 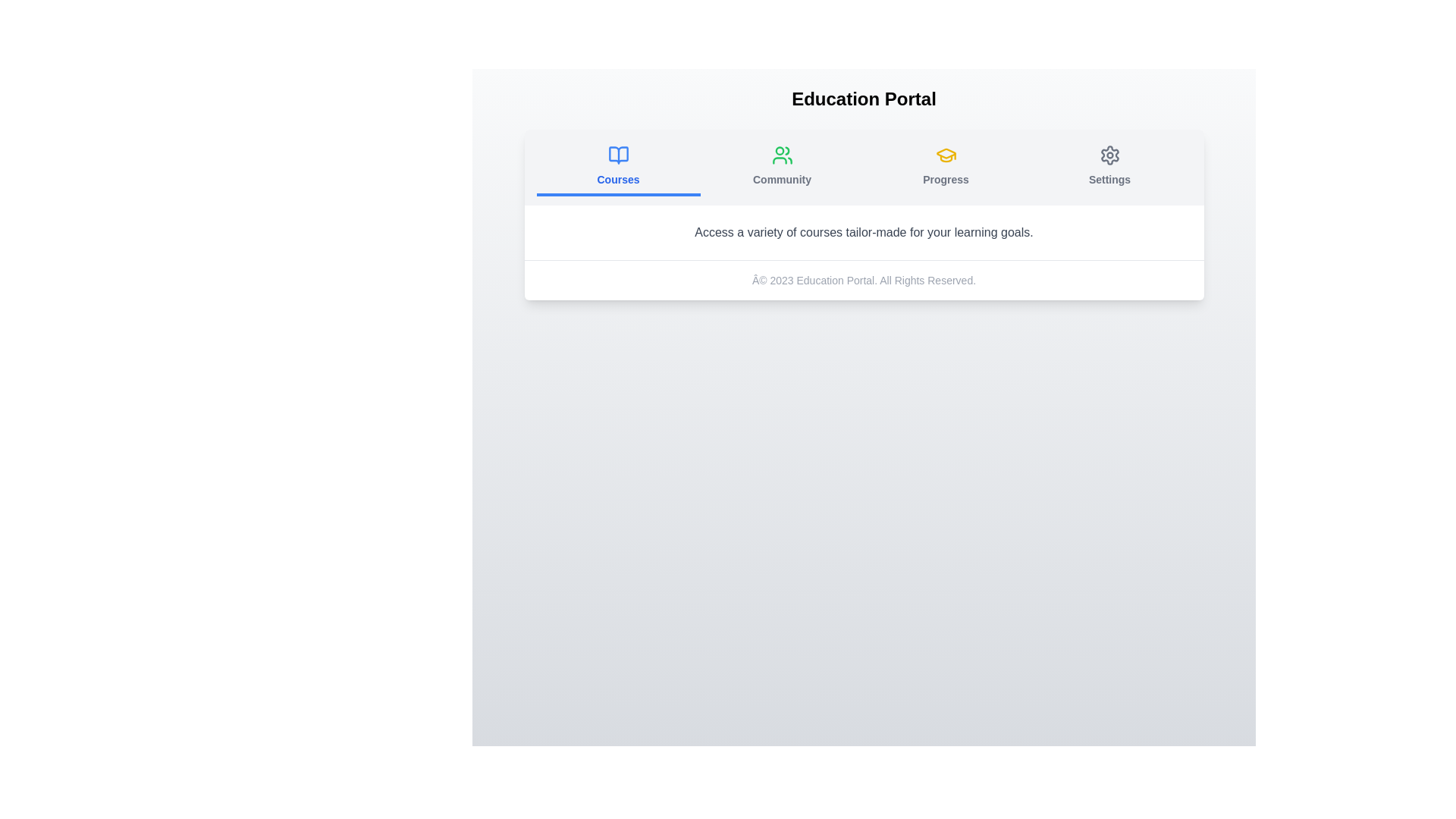 I want to click on the Navigation tab button, which features a blue book icon and the label 'Courses' underneath it, to trigger hover effects, so click(x=618, y=166).